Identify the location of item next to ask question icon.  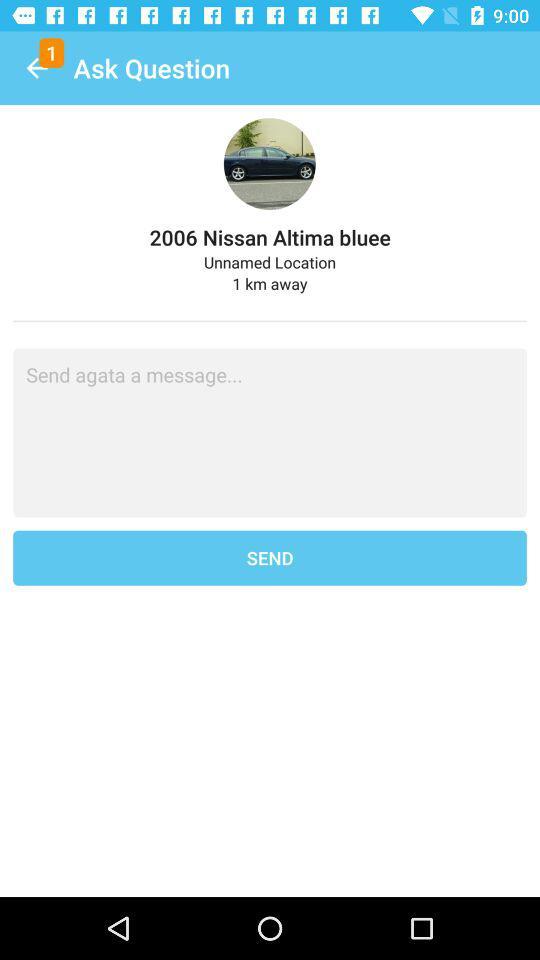
(36, 68).